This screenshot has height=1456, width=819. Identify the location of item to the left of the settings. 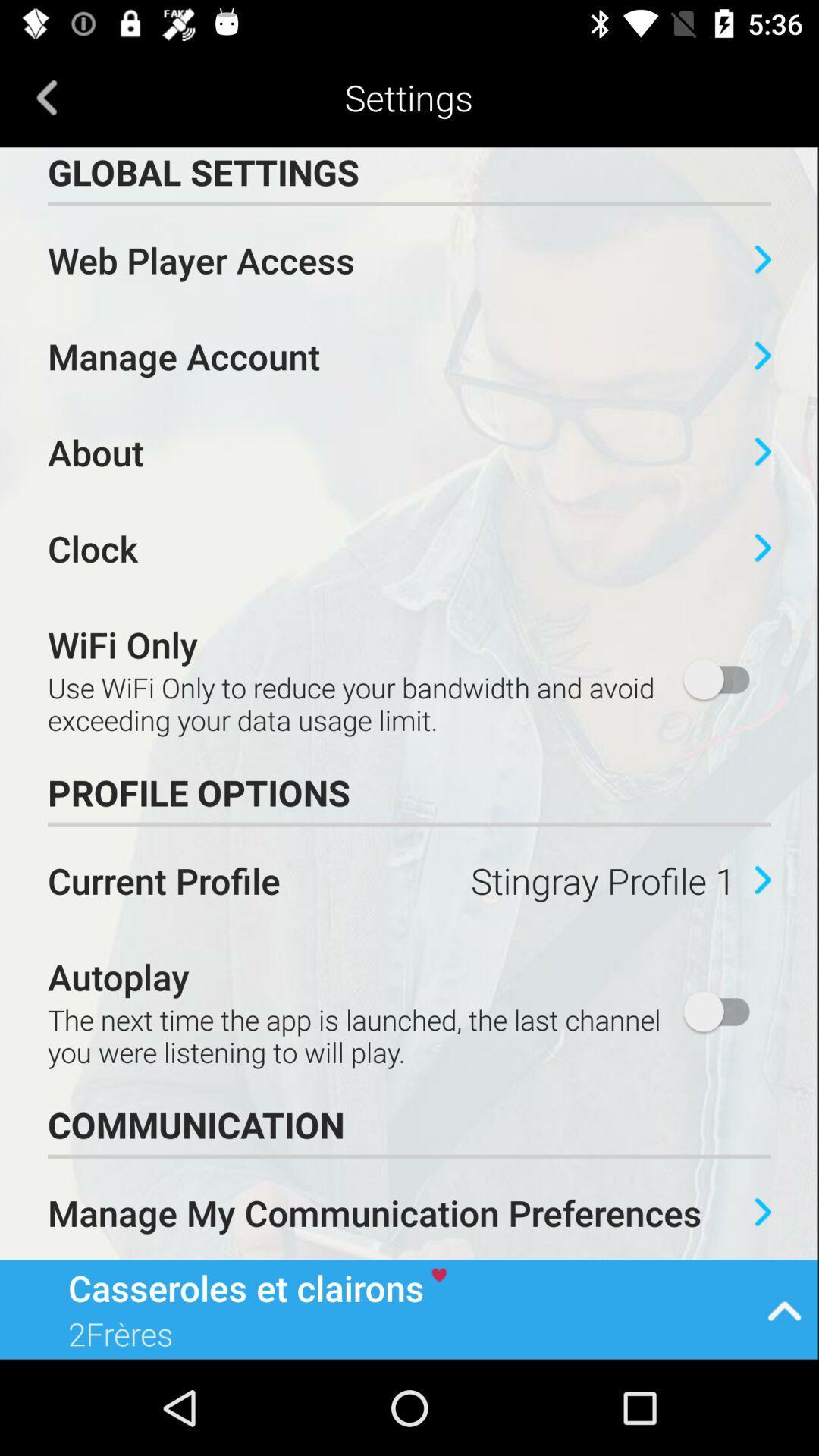
(46, 96).